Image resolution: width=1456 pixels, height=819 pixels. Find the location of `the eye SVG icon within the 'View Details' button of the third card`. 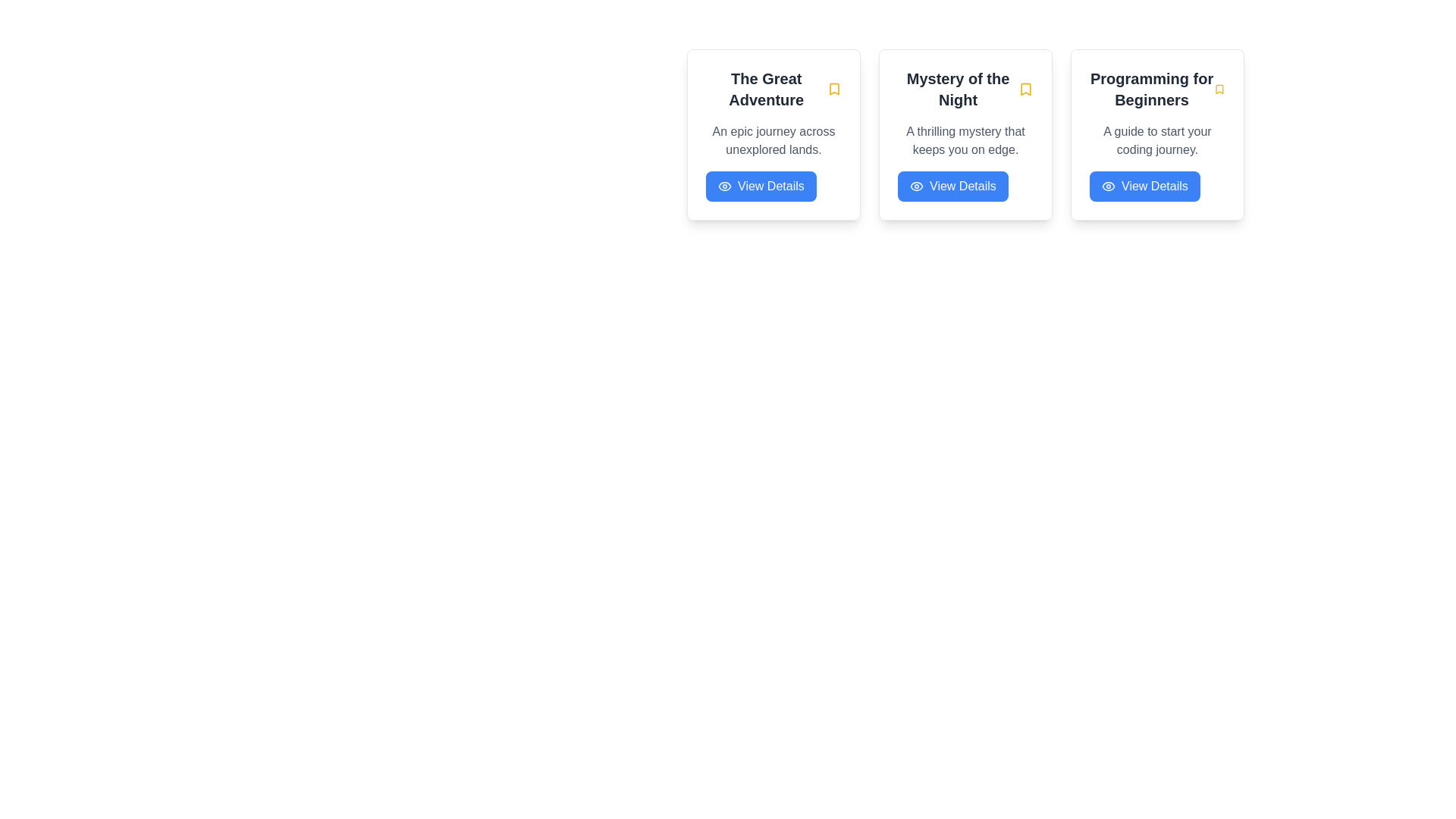

the eye SVG icon within the 'View Details' button of the third card is located at coordinates (1109, 186).